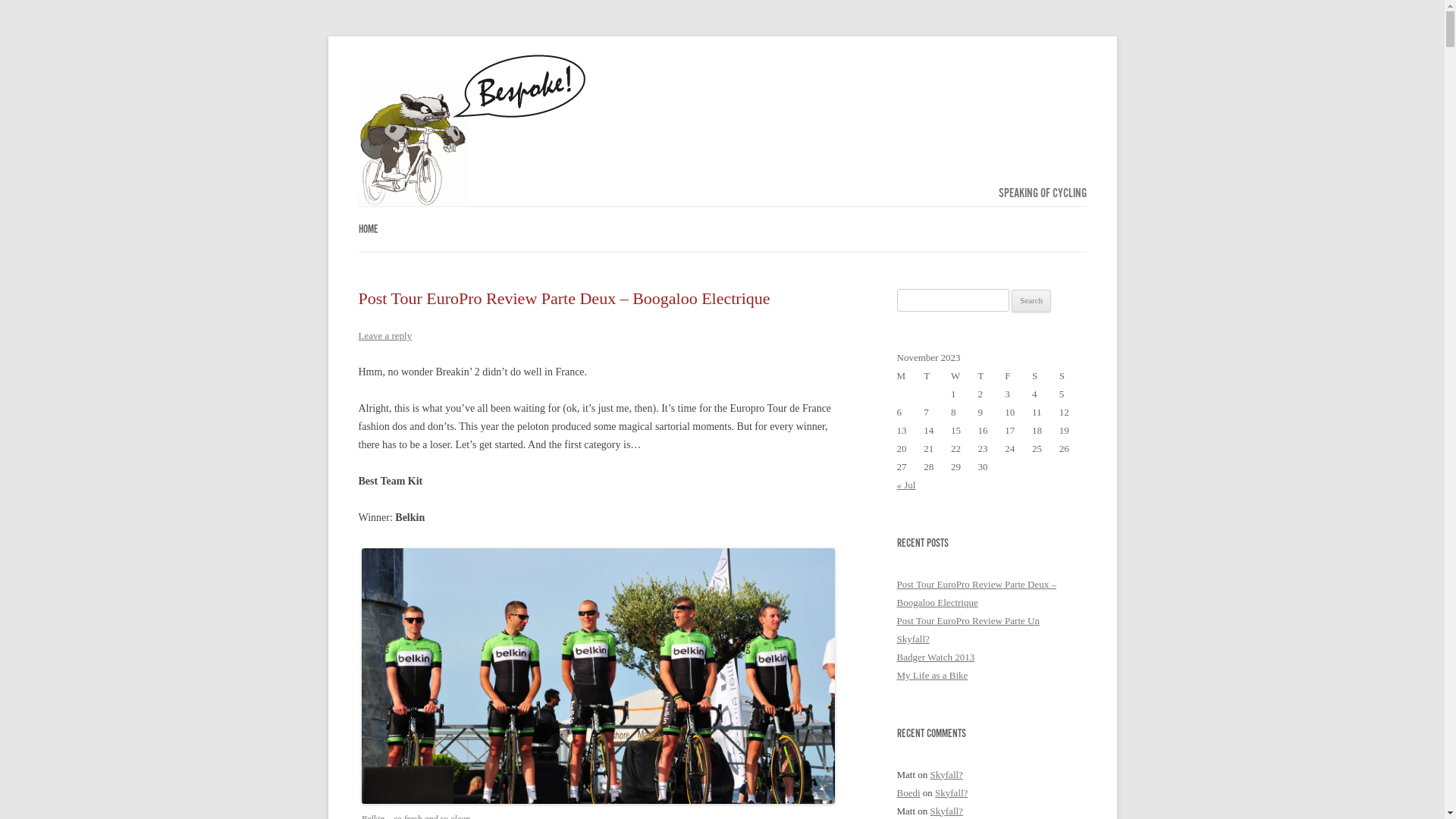 This screenshot has width=1456, height=819. Describe the element at coordinates (930, 674) in the screenshot. I see `'My Life as a Bike'` at that location.